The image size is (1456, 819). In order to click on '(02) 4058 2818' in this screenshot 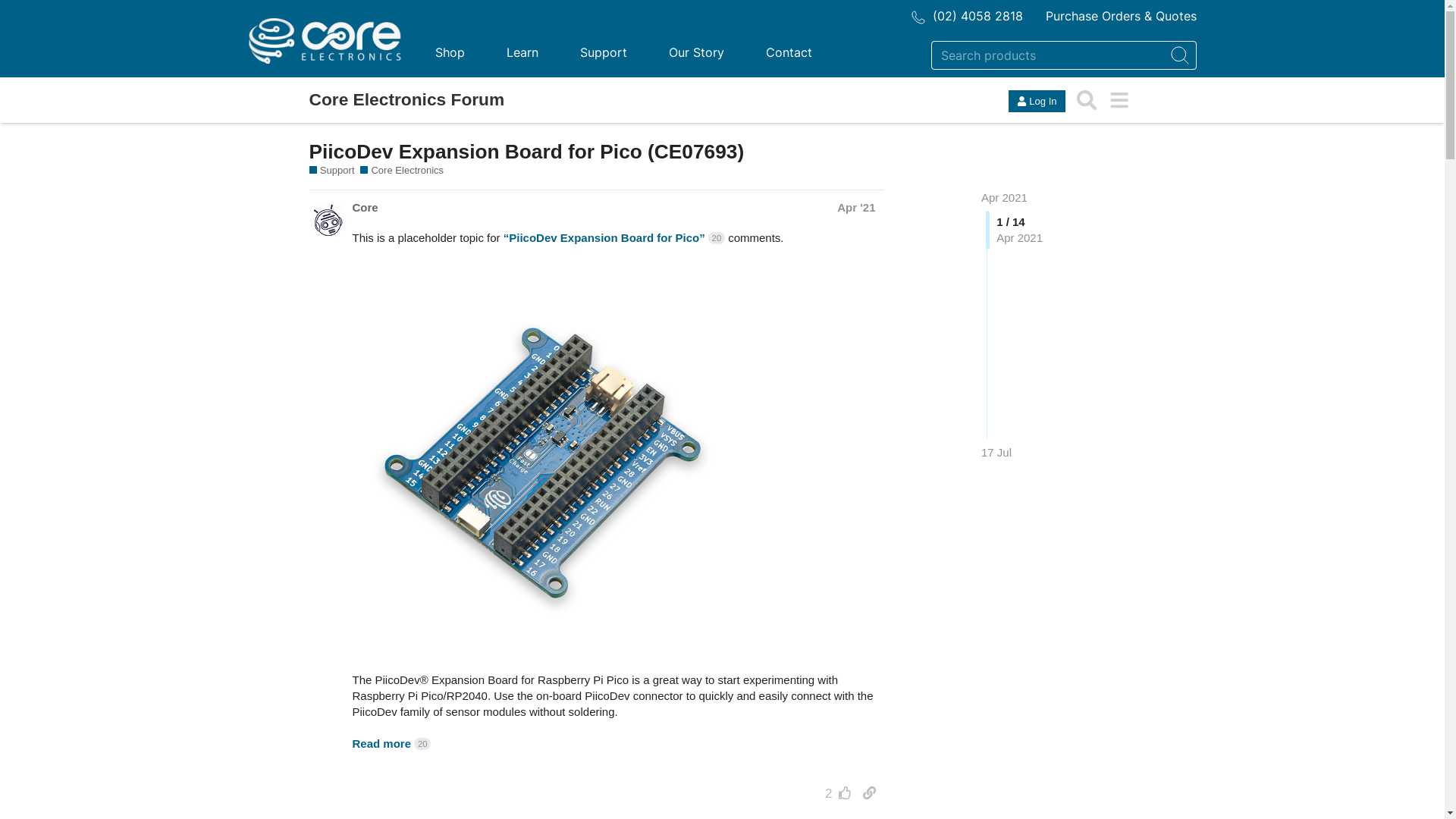, I will do `click(966, 15)`.